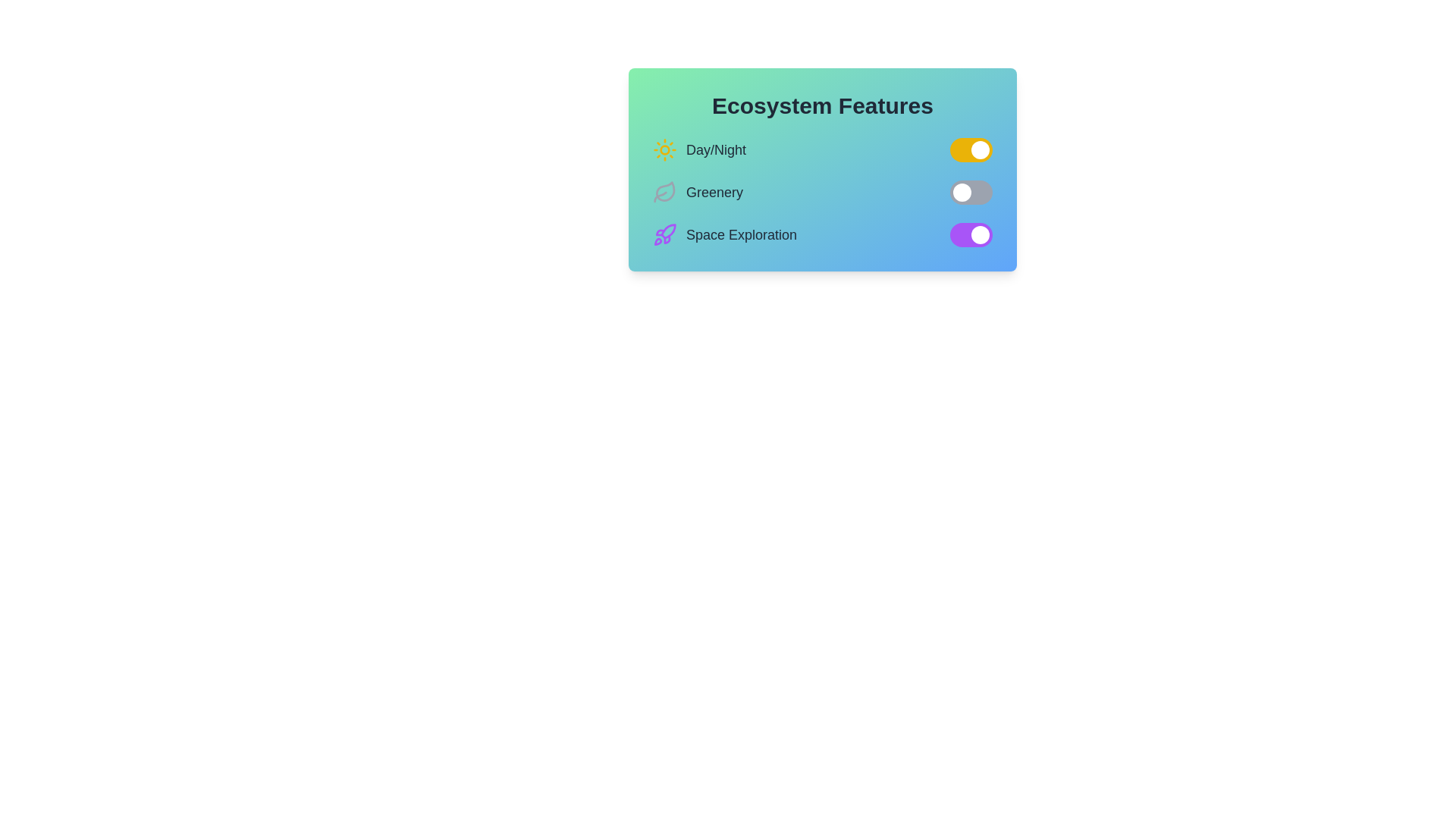 This screenshot has height=819, width=1456. What do you see at coordinates (665, 234) in the screenshot?
I see `the decorative icon representing 'Space Exploration' located next to the text label and toggle button in the lower part of the interface` at bounding box center [665, 234].